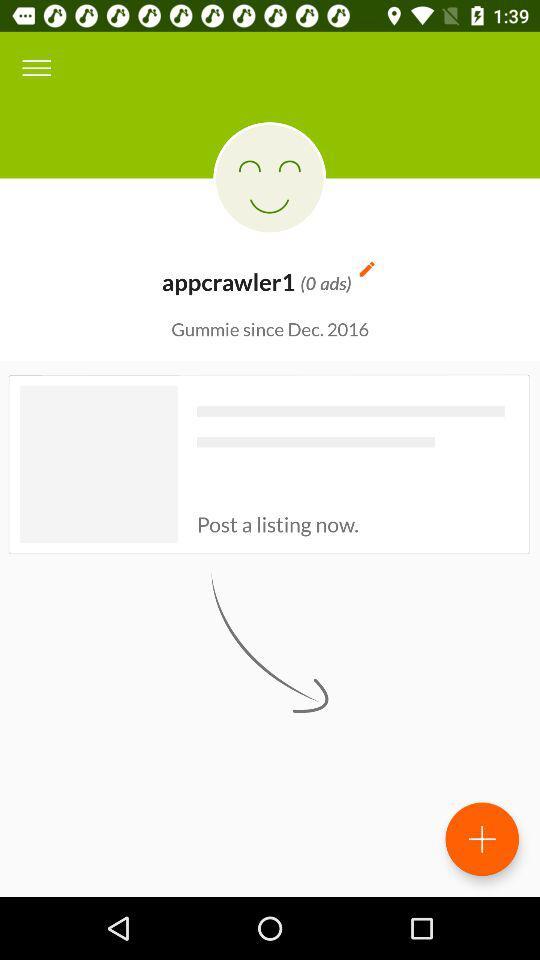 The image size is (540, 960). What do you see at coordinates (366, 268) in the screenshot?
I see `item at the top right corner` at bounding box center [366, 268].